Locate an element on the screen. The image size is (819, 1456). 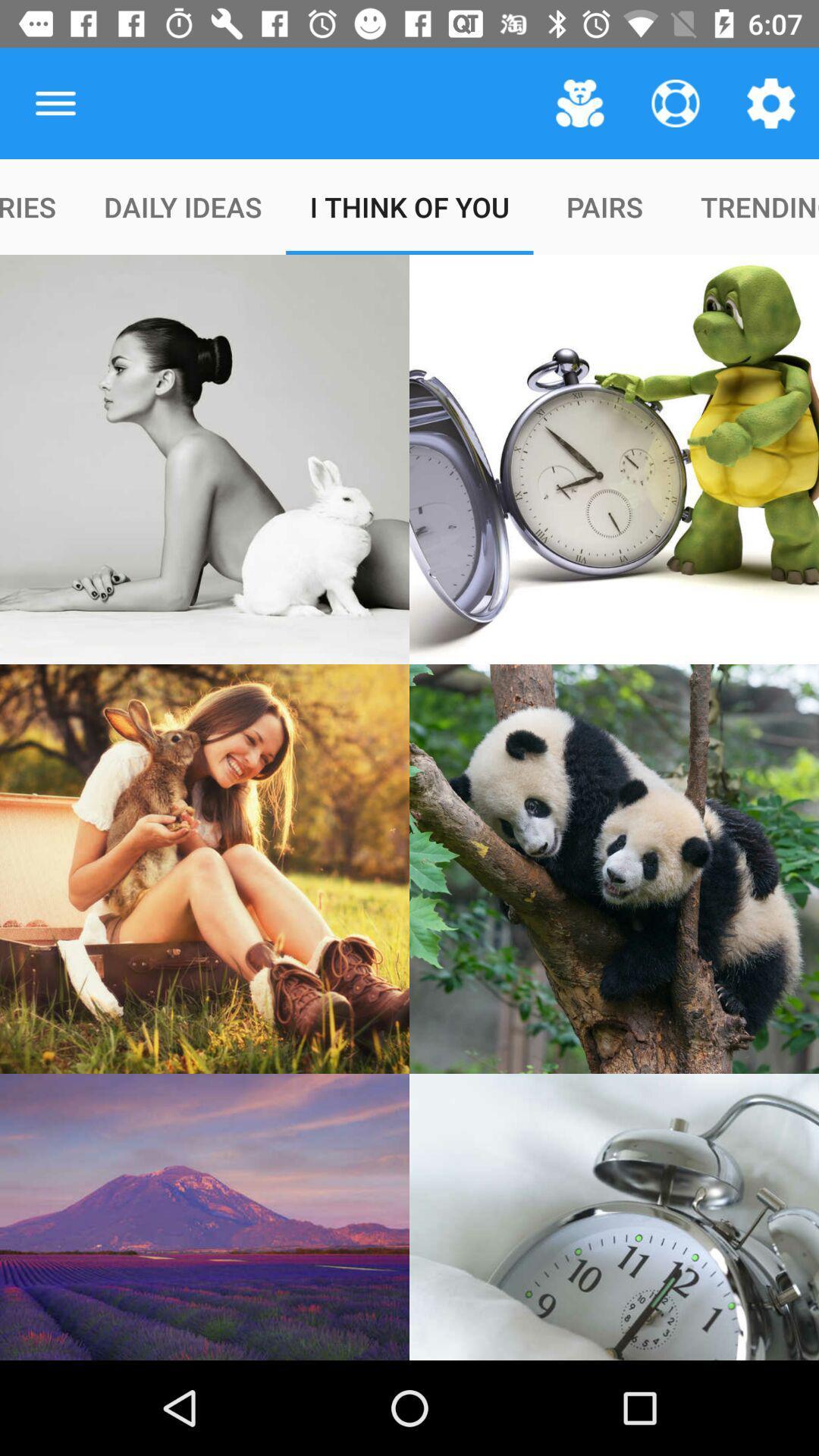
the item above the pairs is located at coordinates (675, 102).